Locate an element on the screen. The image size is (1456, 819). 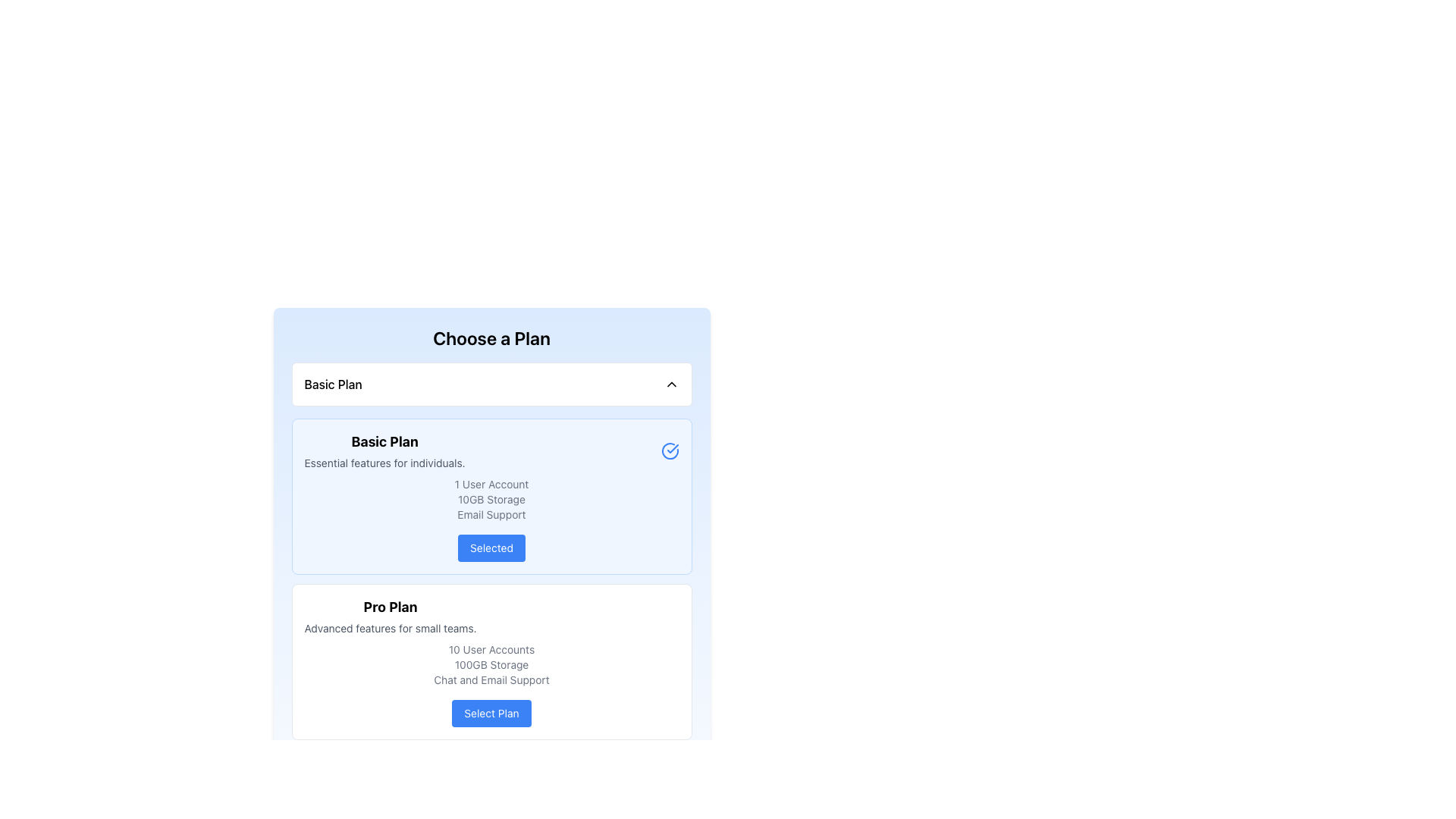
the descriptive subtitle text located directly beneath the 'Pro Plan' title, which clarifies the target audience and key emphasis of the plan is located at coordinates (391, 629).